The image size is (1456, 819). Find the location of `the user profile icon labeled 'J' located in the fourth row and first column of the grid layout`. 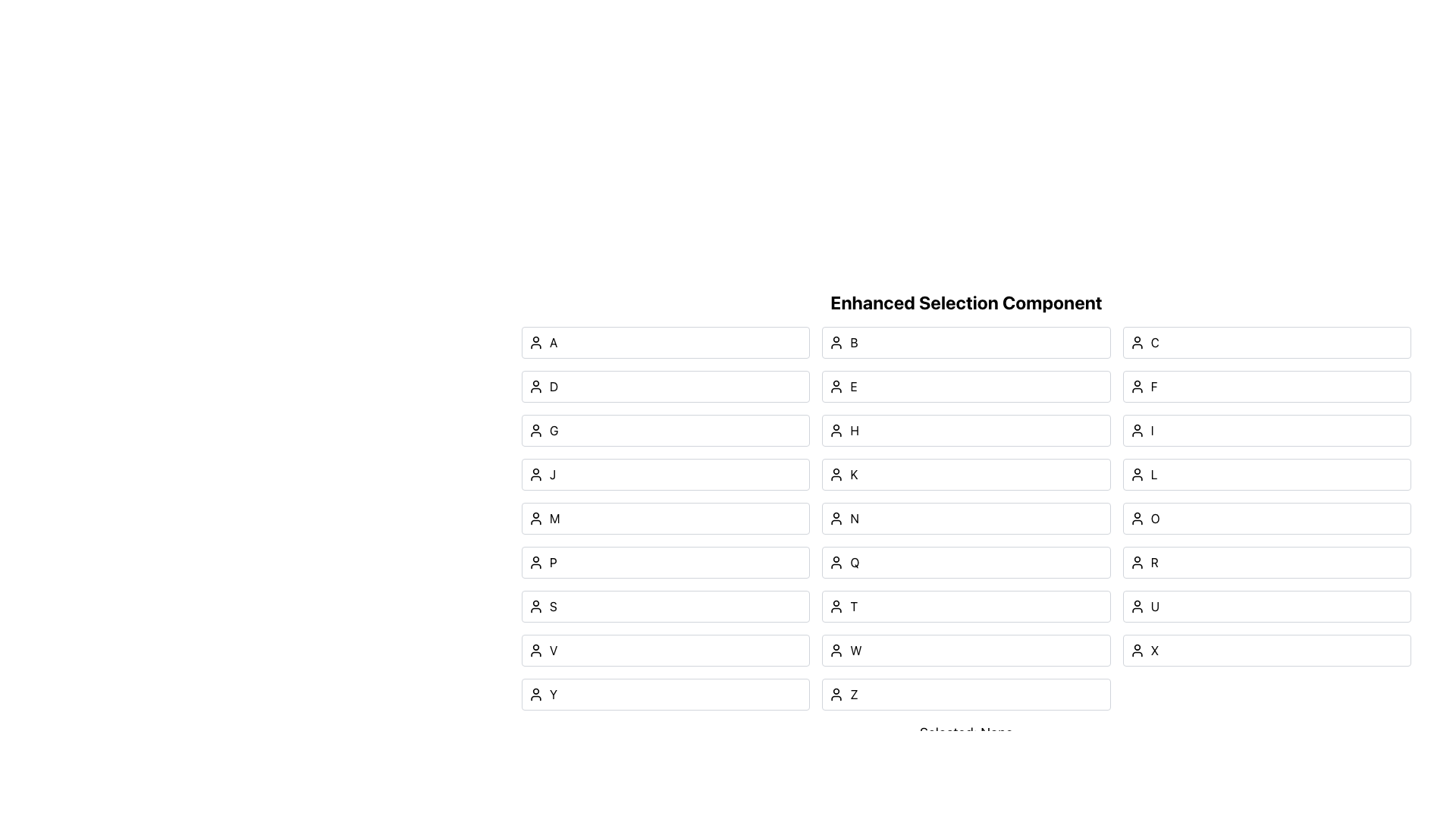

the user profile icon labeled 'J' located in the fourth row and first column of the grid layout is located at coordinates (535, 473).